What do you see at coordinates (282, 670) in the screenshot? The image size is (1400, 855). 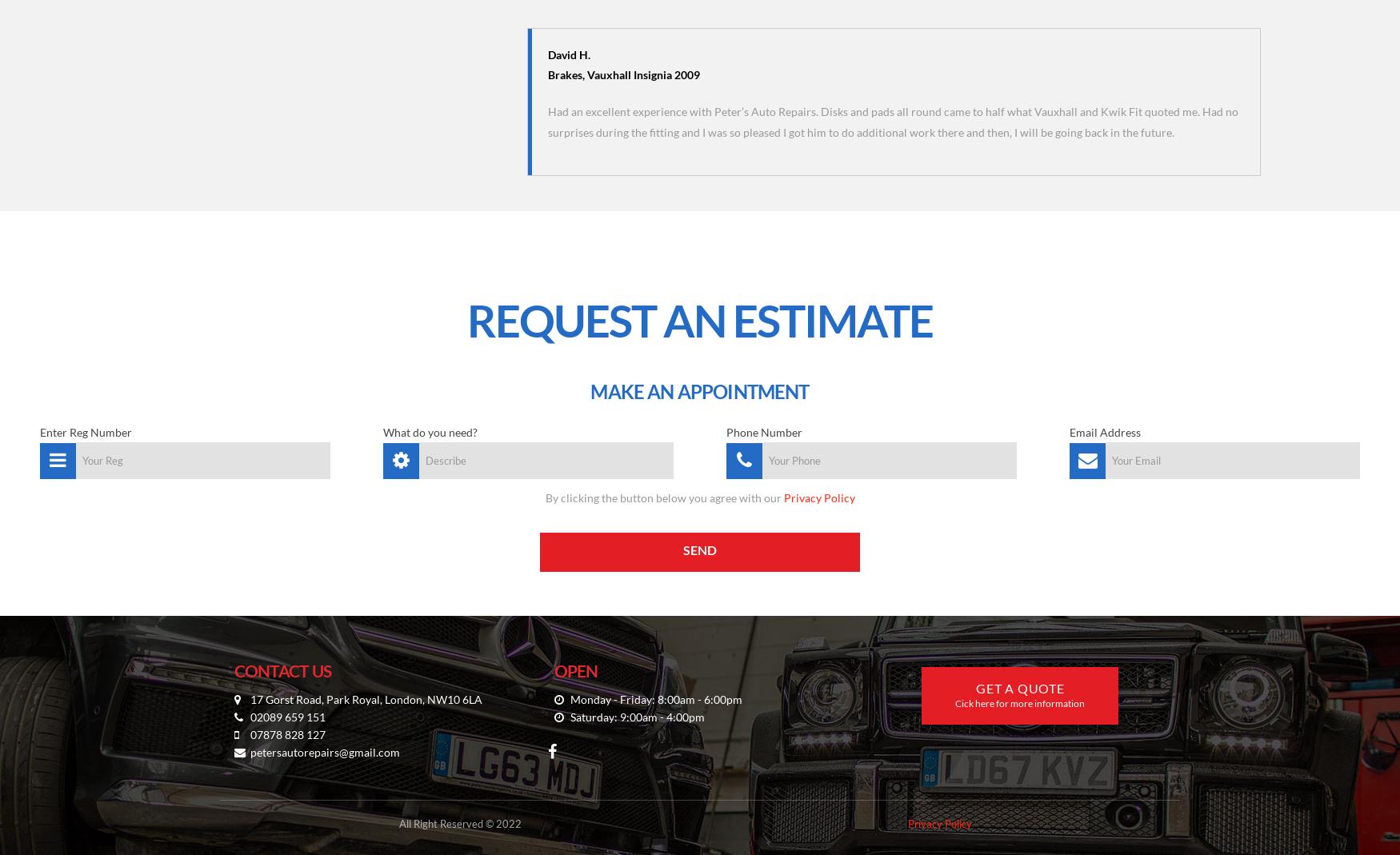 I see `'CONTACT US'` at bounding box center [282, 670].